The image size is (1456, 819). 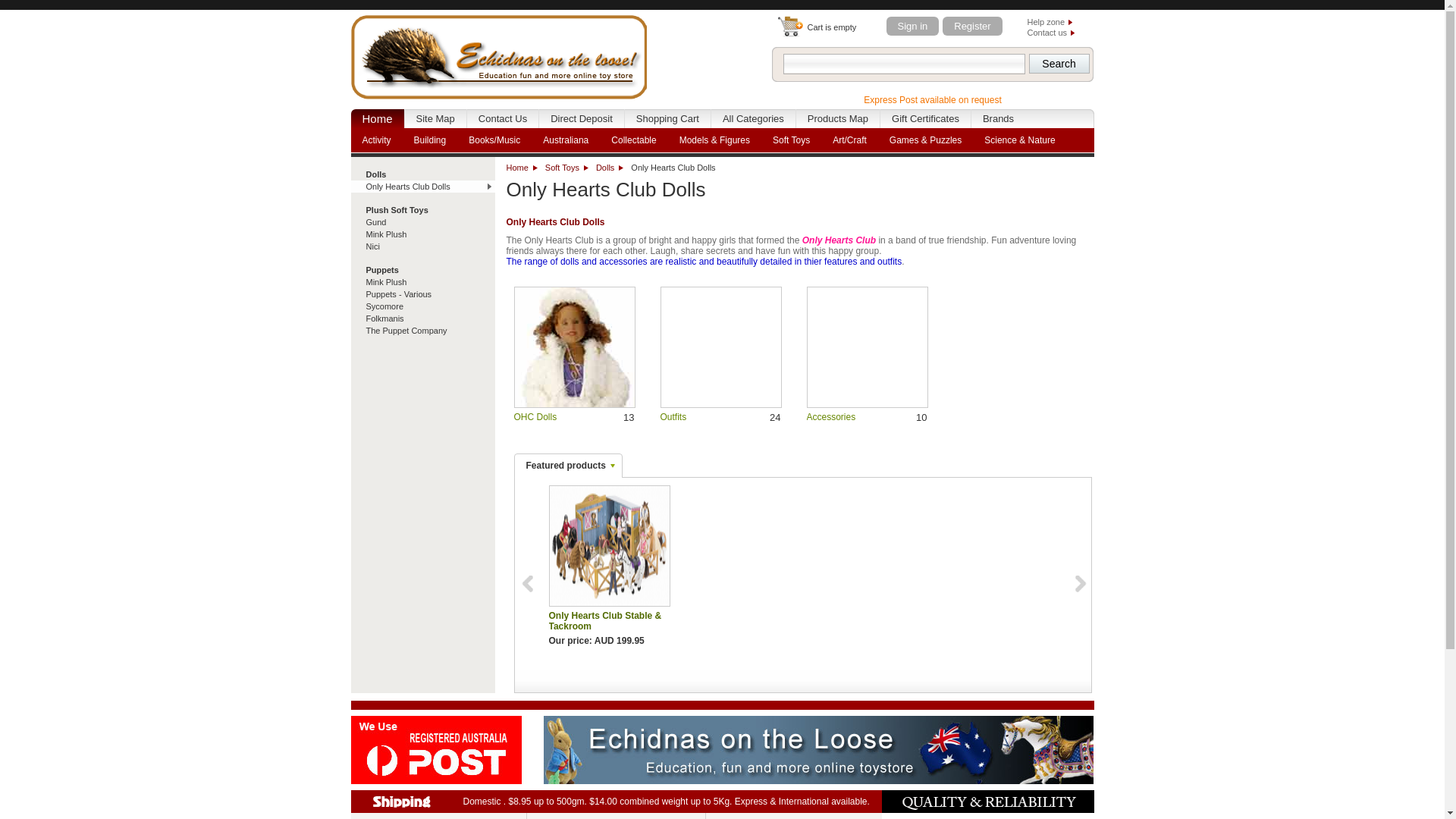 What do you see at coordinates (849, 140) in the screenshot?
I see `'Art/Craft'` at bounding box center [849, 140].